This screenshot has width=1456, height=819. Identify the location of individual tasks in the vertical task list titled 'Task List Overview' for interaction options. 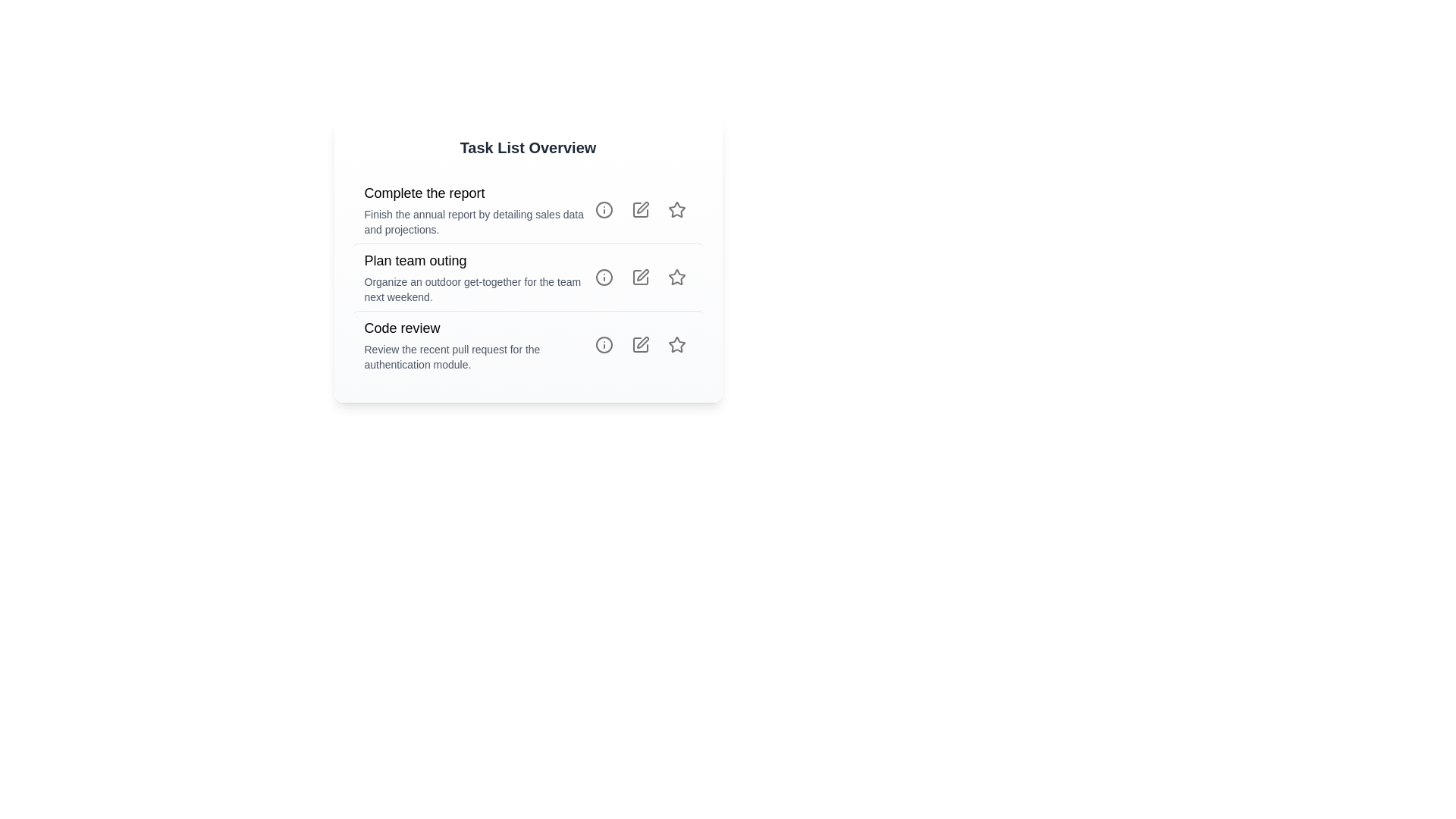
(528, 278).